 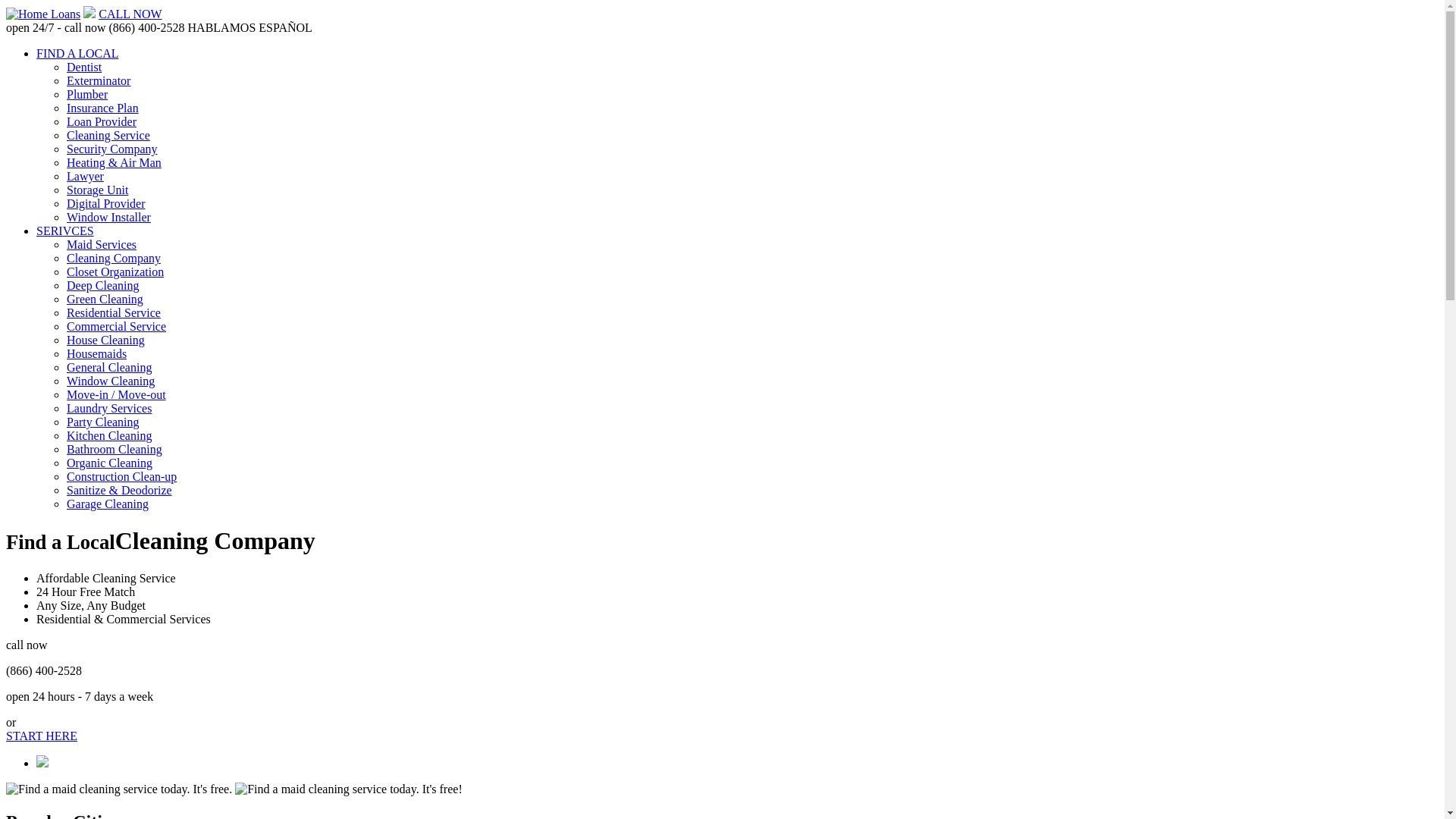 What do you see at coordinates (65, 257) in the screenshot?
I see `'Cleaning Company'` at bounding box center [65, 257].